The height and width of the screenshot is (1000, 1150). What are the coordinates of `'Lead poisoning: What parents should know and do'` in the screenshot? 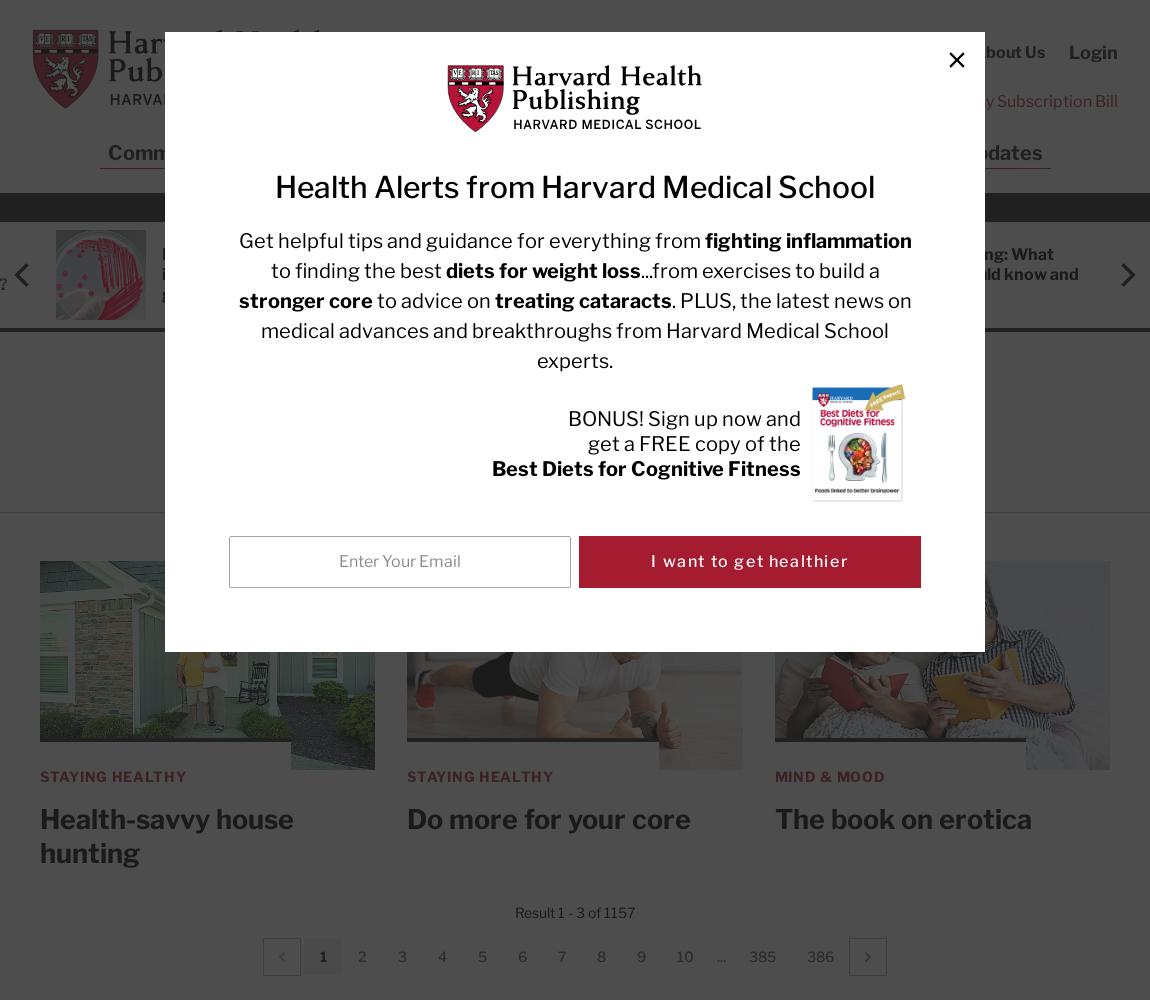 It's located at (983, 274).